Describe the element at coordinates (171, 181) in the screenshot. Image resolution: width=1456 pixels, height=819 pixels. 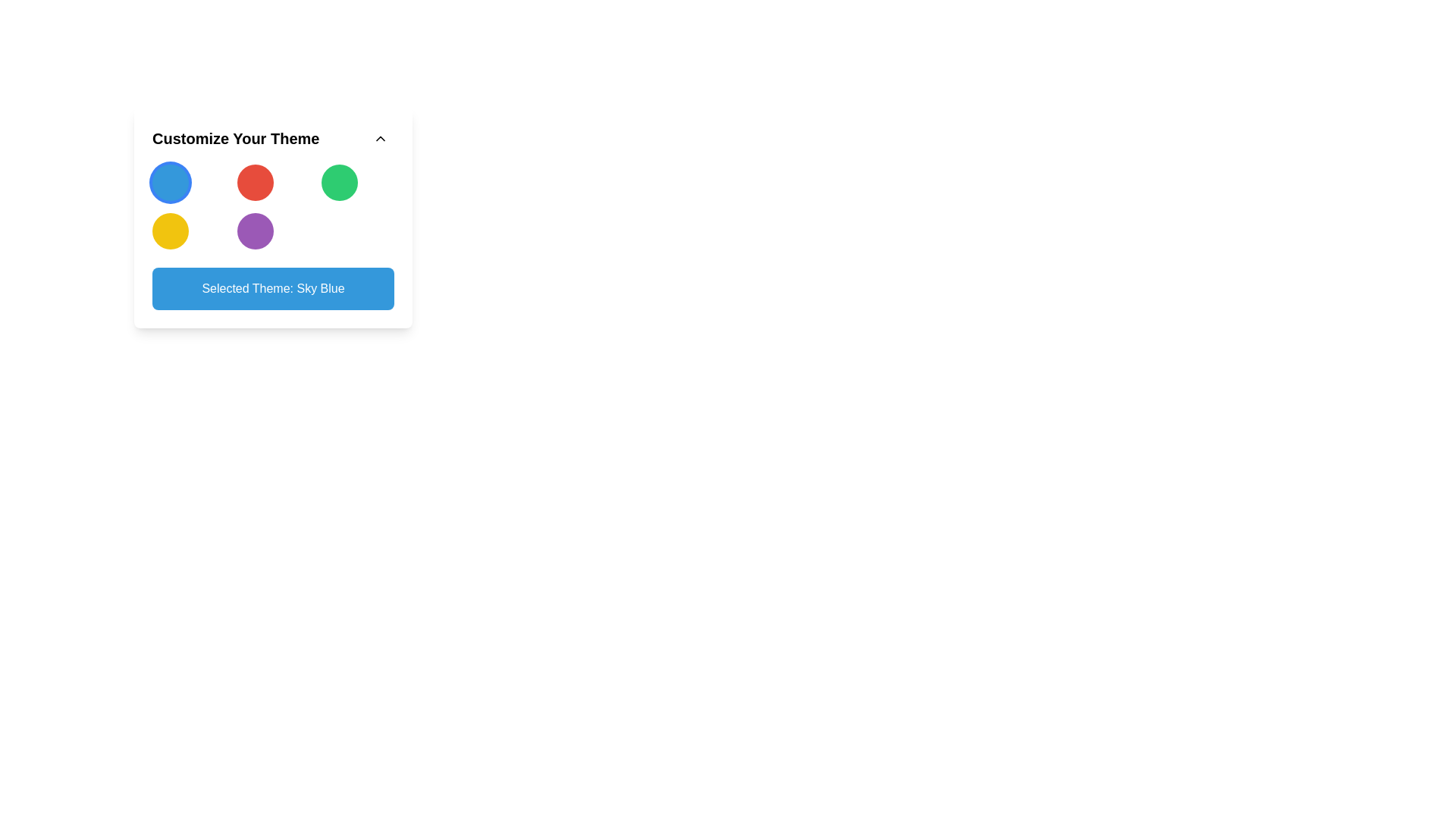
I see `the circular button labeled 'Sky Blue'` at that location.